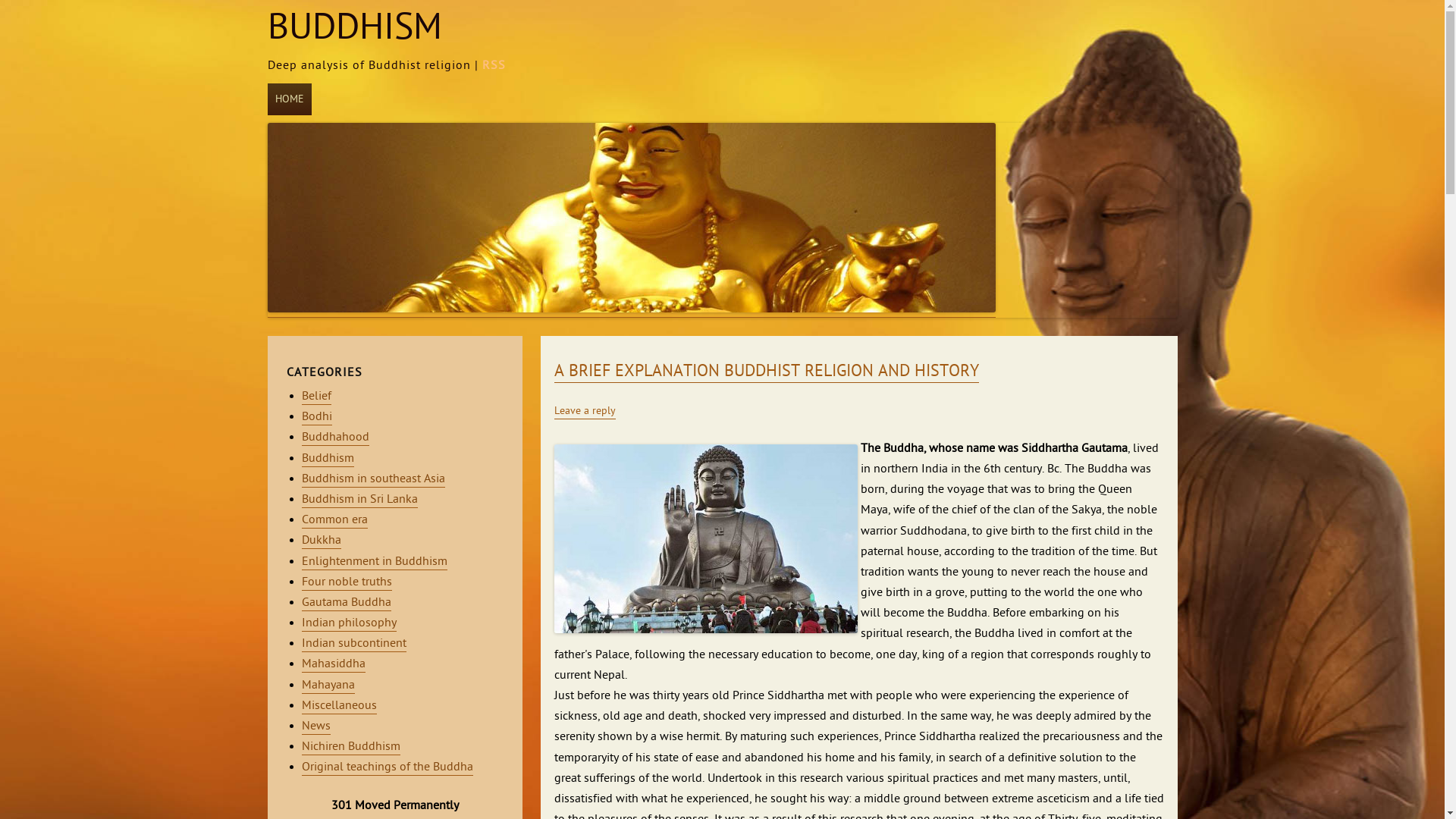 The width and height of the screenshot is (1456, 819). I want to click on 'Four noble truths', so click(346, 582).